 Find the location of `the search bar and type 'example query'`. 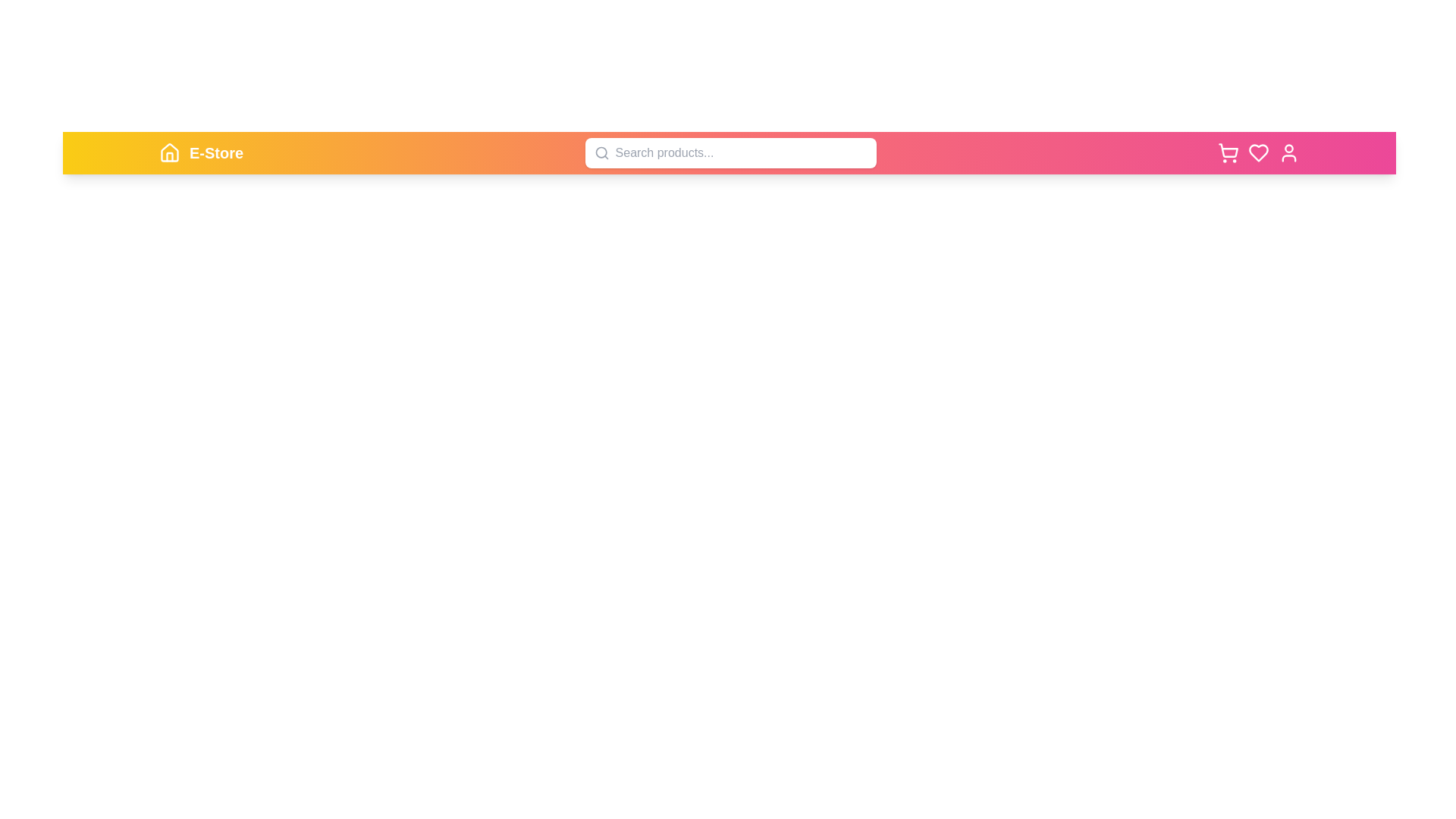

the search bar and type 'example query' is located at coordinates (730, 152).